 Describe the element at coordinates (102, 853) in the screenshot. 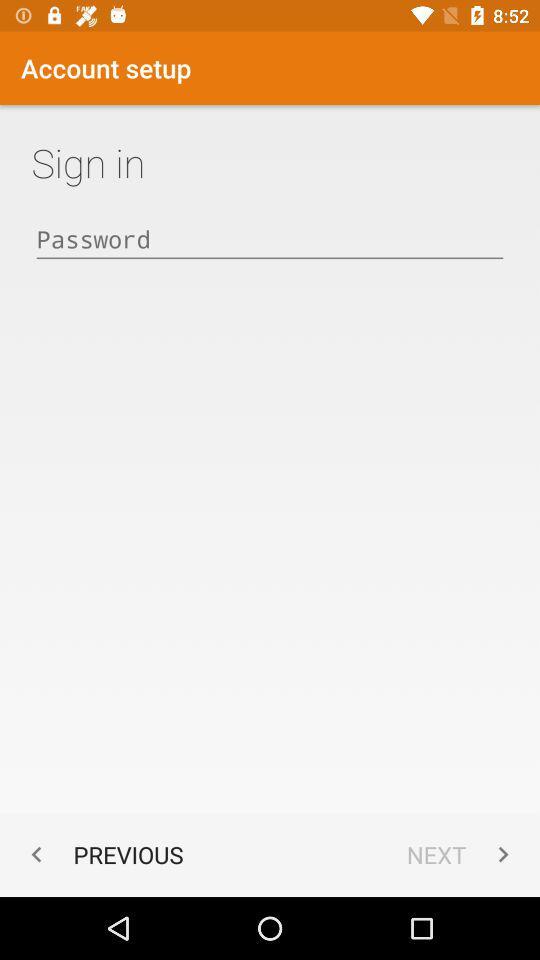

I see `item next to next` at that location.